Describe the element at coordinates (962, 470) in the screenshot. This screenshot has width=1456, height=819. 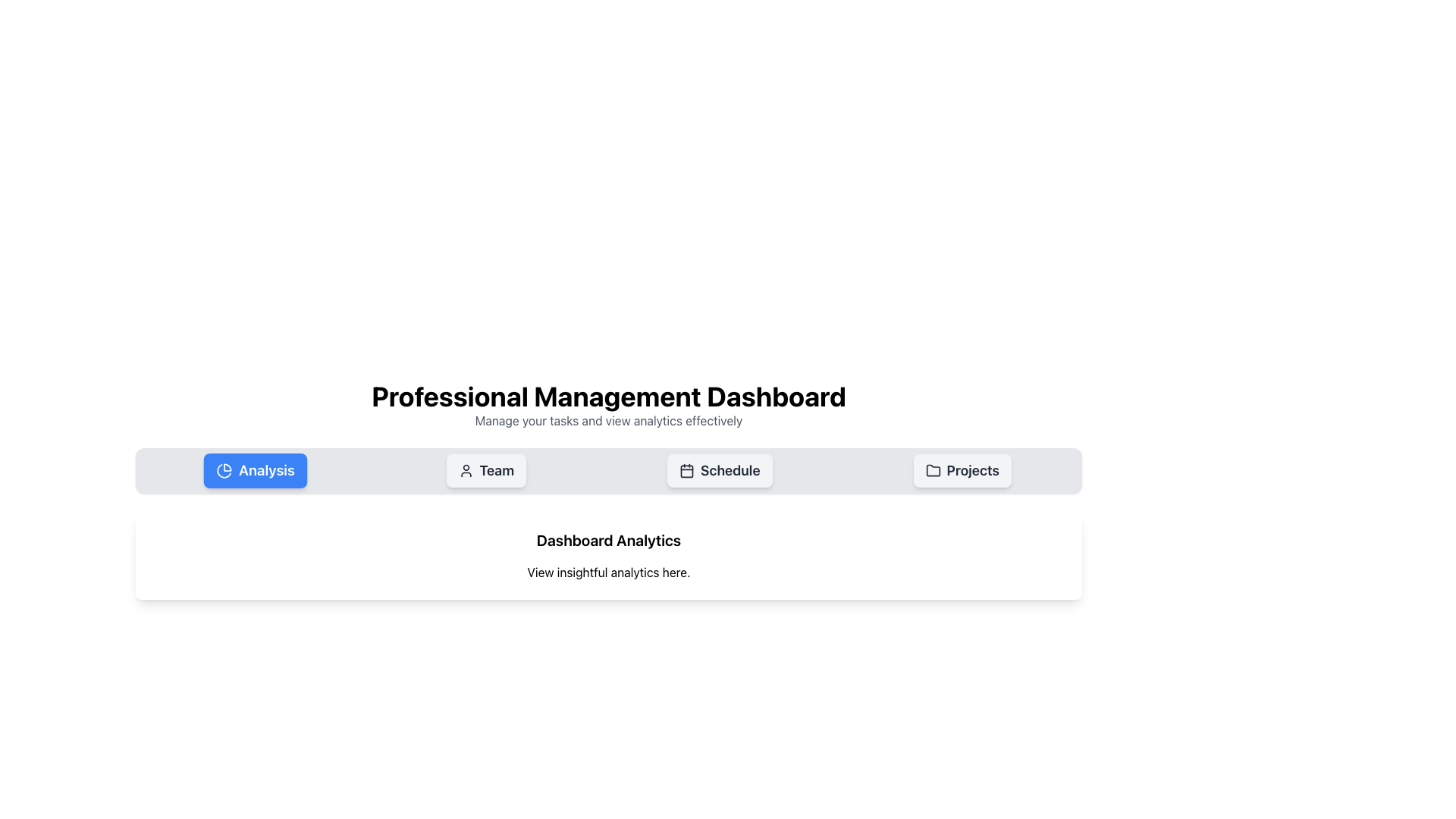
I see `the 'Projects' button, which is the fourth button in a group of buttons styled with a light-gray background and dark-gray text` at that location.